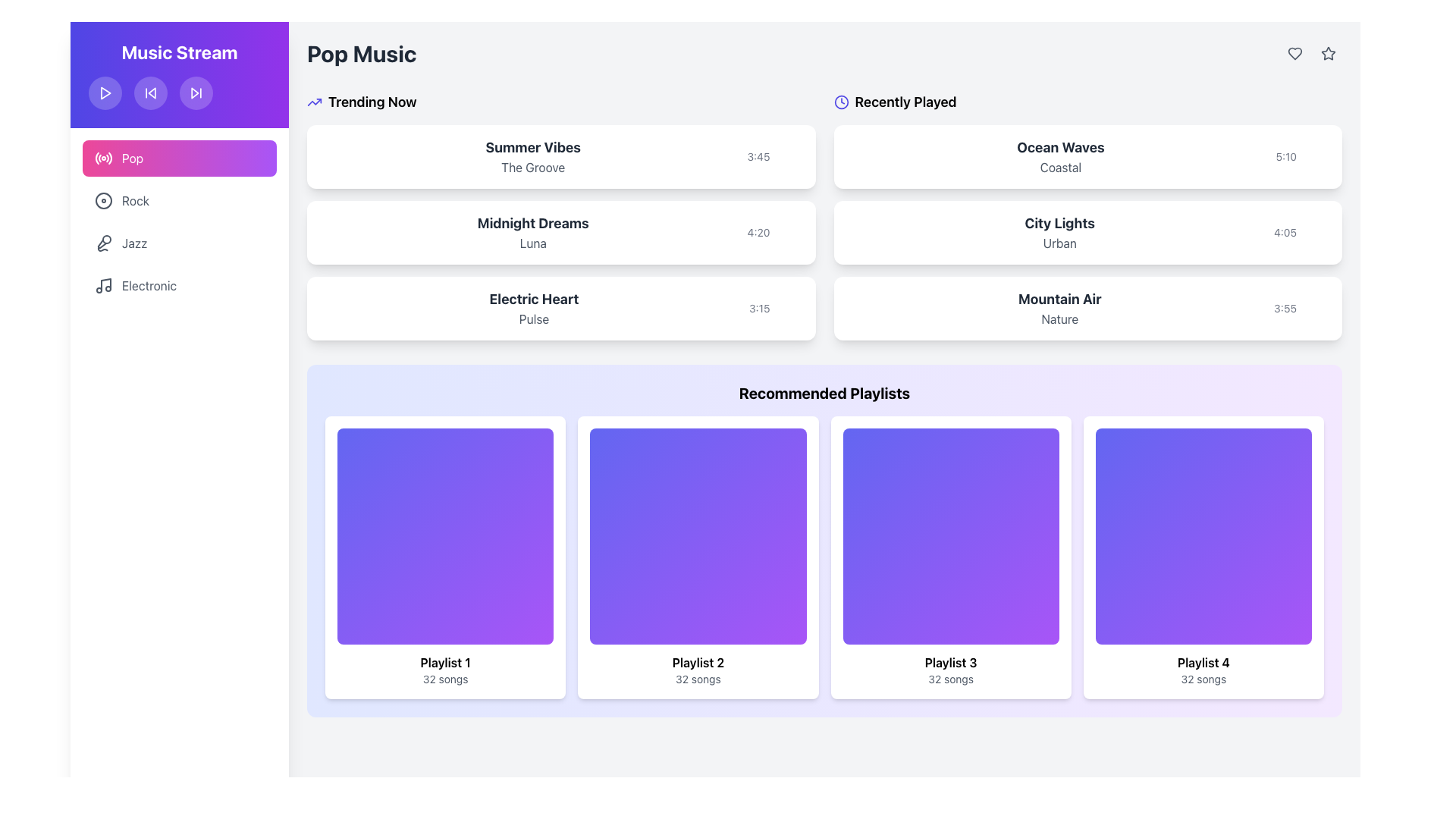 The image size is (1456, 819). I want to click on text of the 'Nature' label located below the 'Mountain Air' title in the 'Recently Played' section, so click(1059, 318).